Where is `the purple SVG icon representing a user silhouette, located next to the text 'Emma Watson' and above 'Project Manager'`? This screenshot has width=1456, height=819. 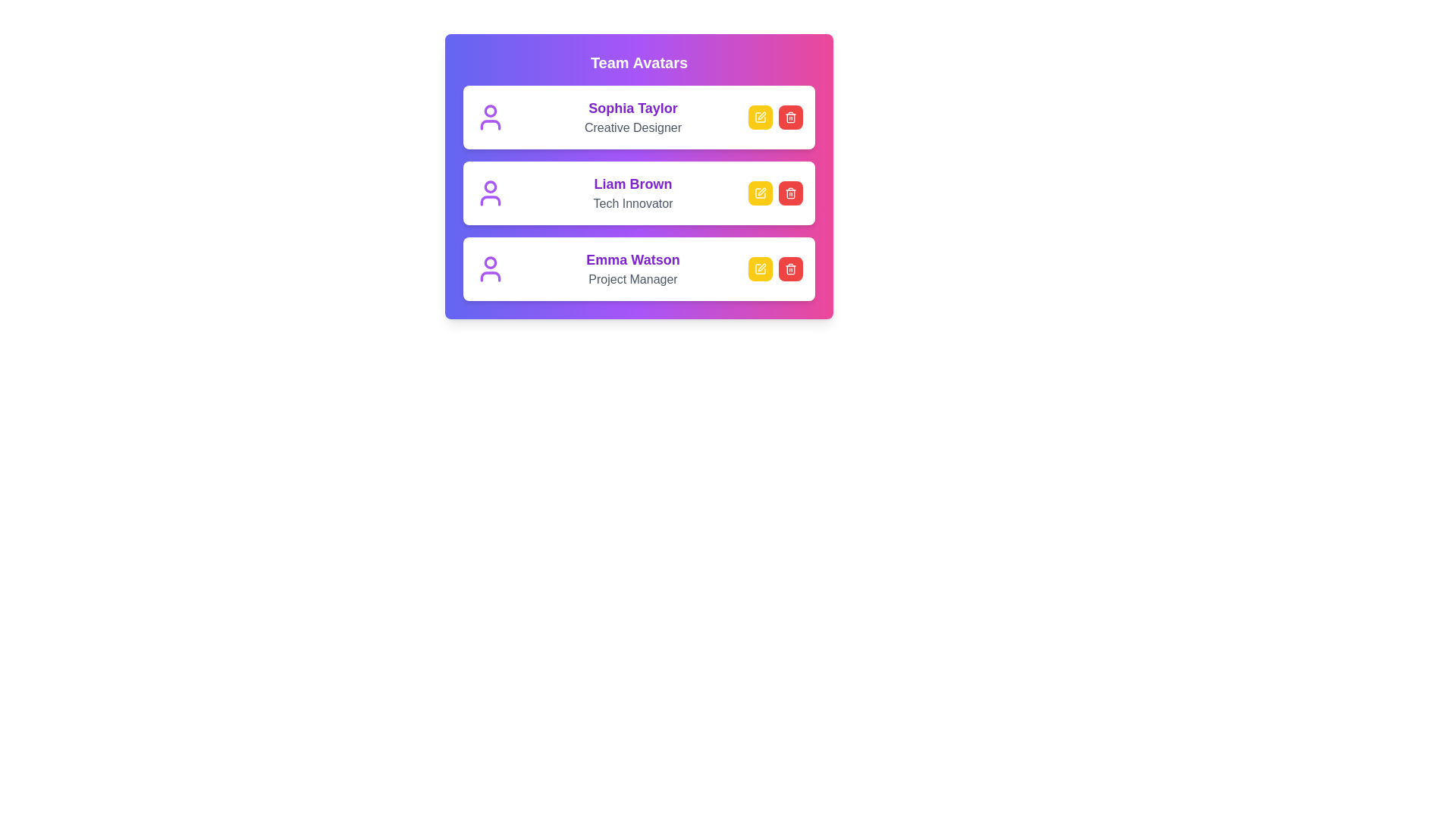 the purple SVG icon representing a user silhouette, located next to the text 'Emma Watson' and above 'Project Manager' is located at coordinates (491, 277).